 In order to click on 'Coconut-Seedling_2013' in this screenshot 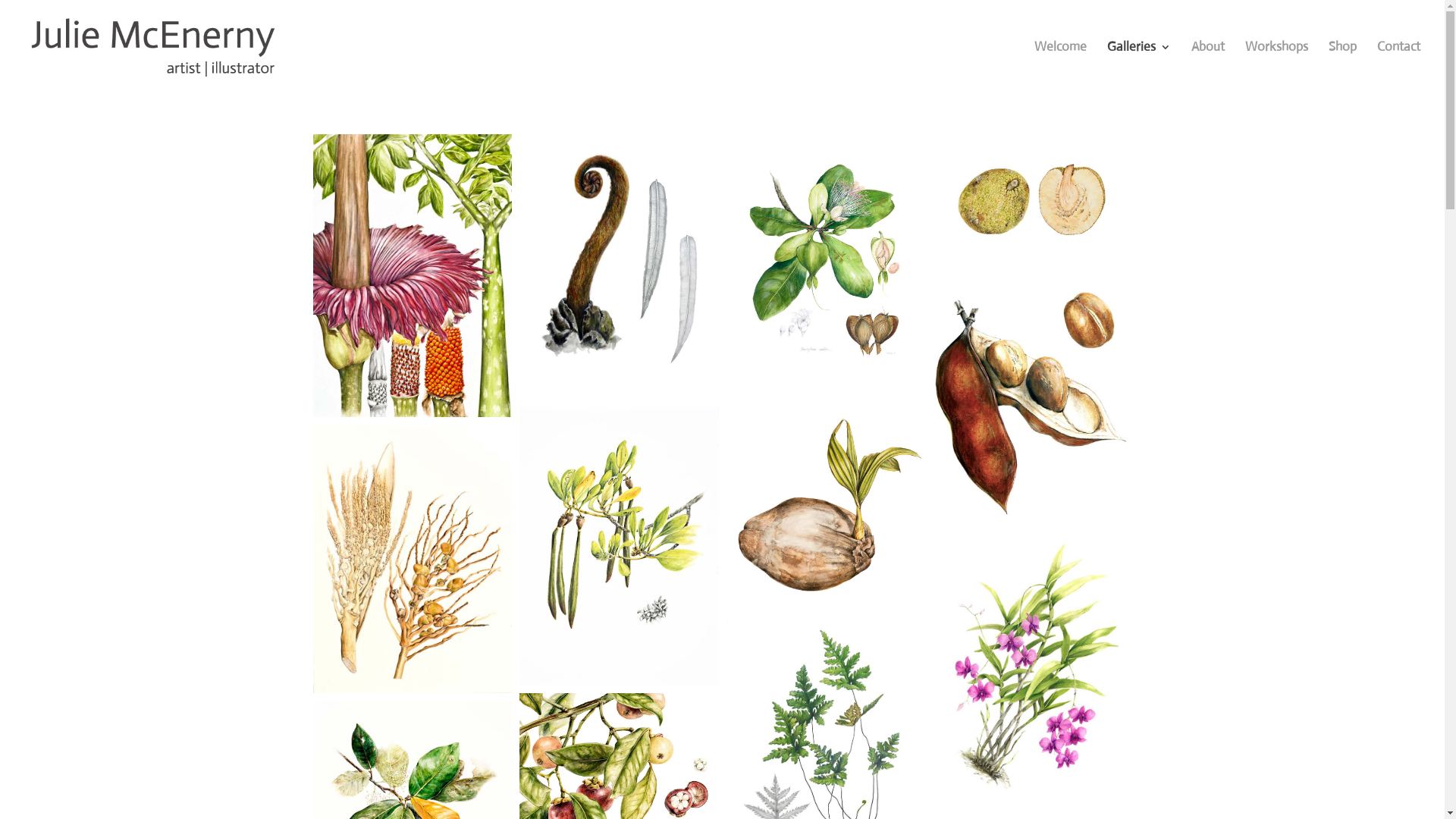, I will do `click(726, 508)`.